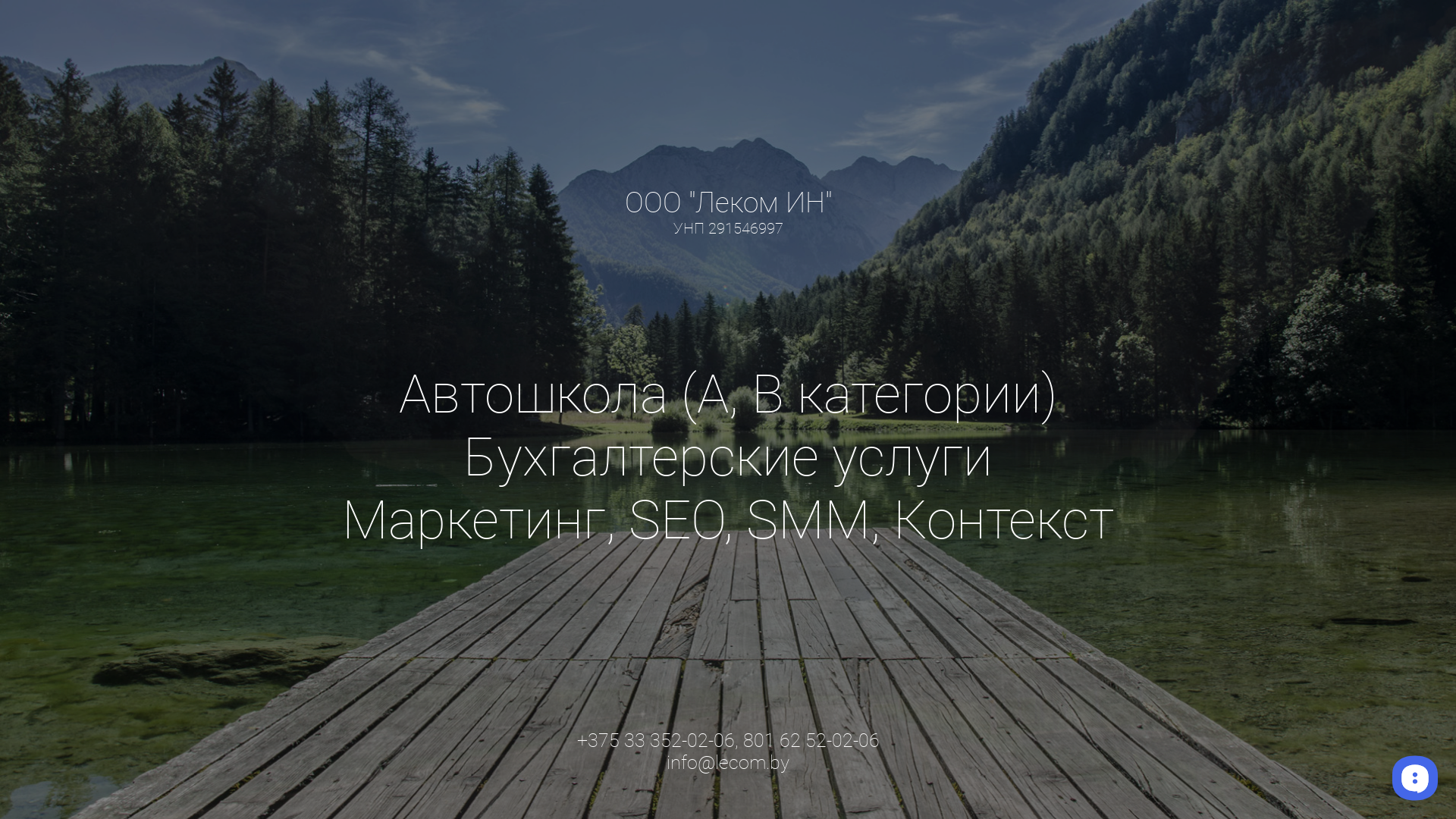  I want to click on '__replain_widget_iframe', so click(1387, 777).